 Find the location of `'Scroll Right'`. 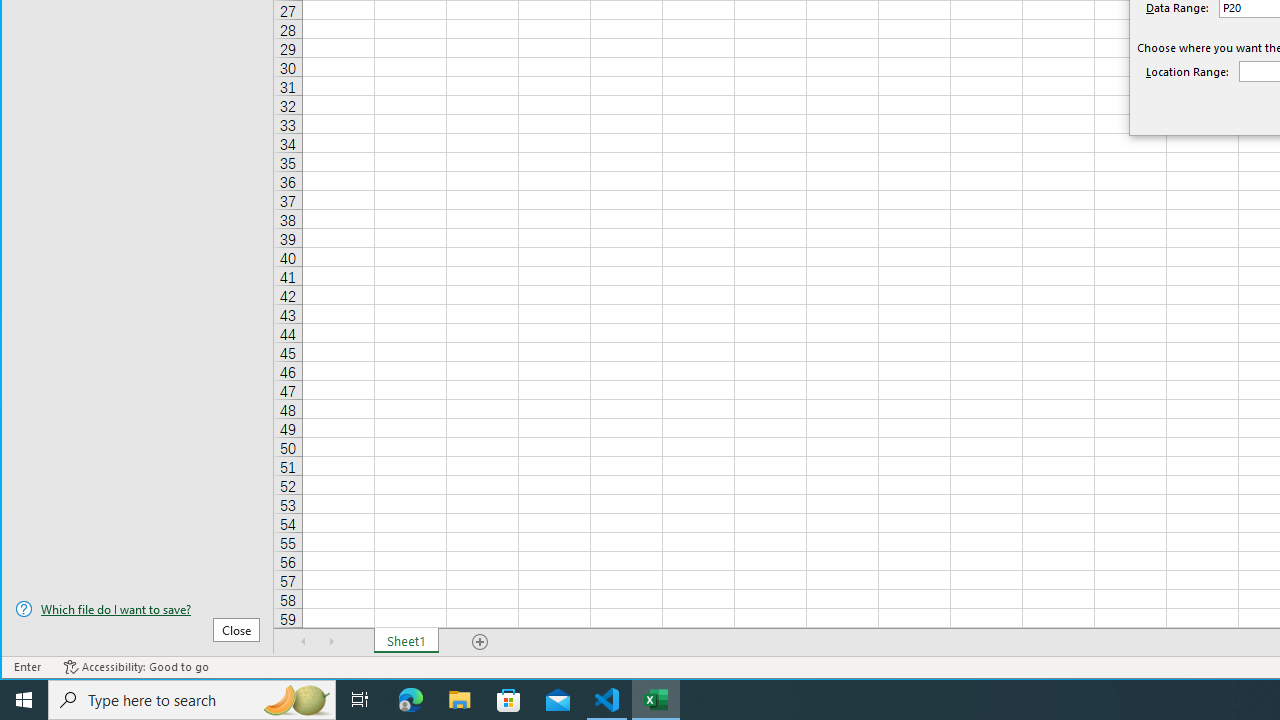

'Scroll Right' is located at coordinates (331, 641).